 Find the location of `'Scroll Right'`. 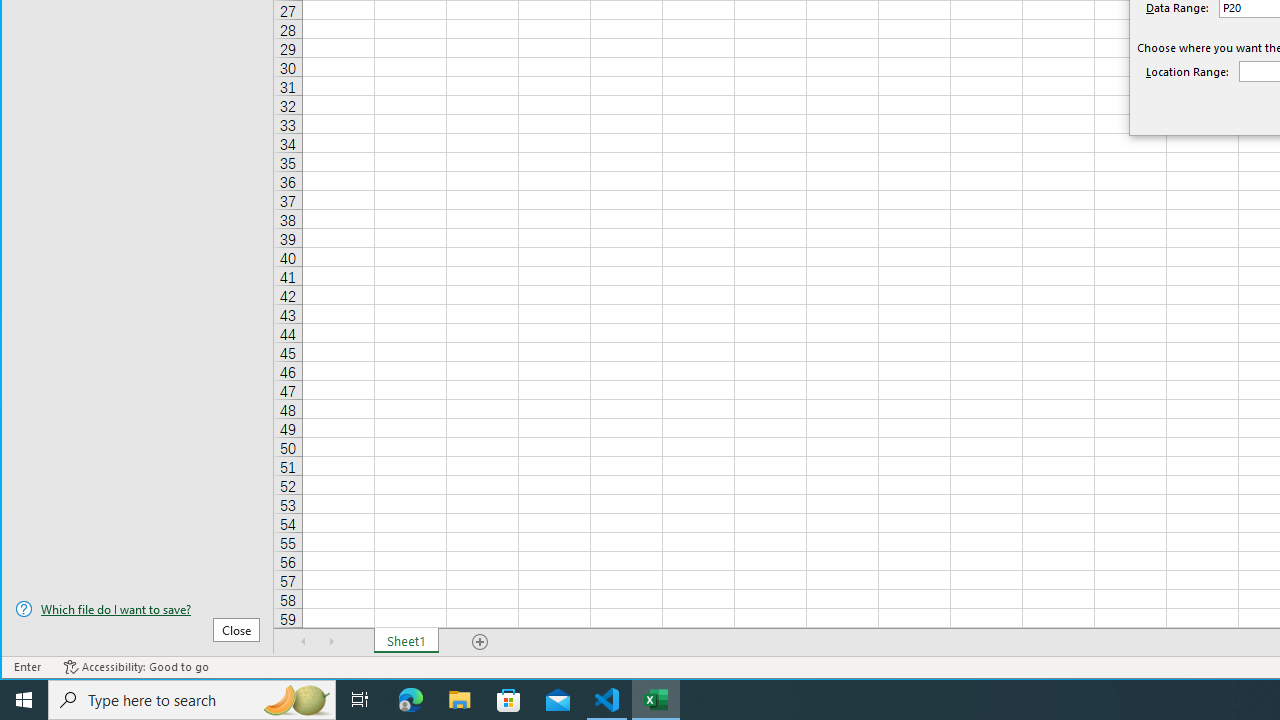

'Scroll Right' is located at coordinates (331, 641).